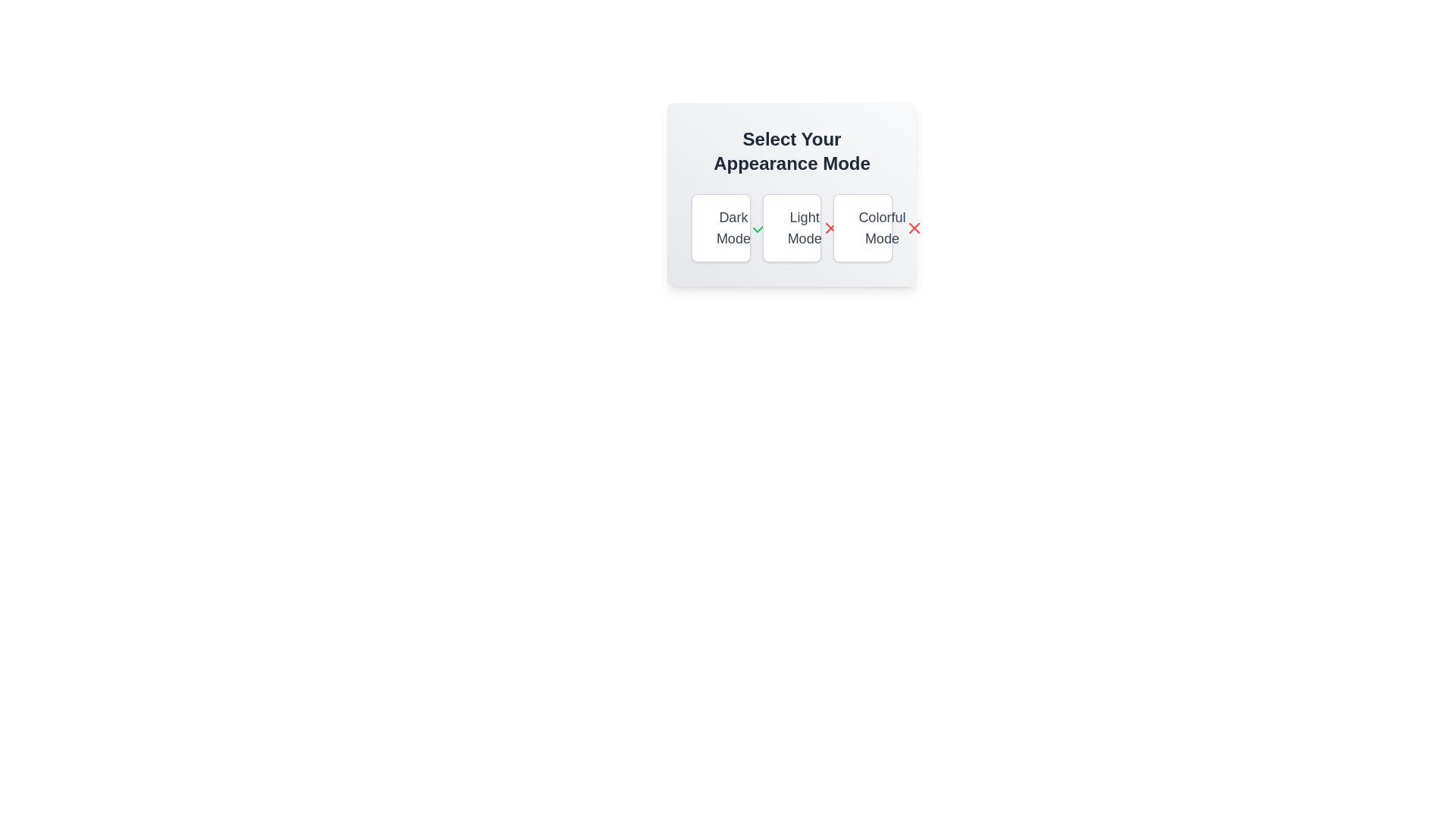 The width and height of the screenshot is (1456, 819). I want to click on the appearance mode Colorful Mode by clicking on its respective button, so click(863, 227).